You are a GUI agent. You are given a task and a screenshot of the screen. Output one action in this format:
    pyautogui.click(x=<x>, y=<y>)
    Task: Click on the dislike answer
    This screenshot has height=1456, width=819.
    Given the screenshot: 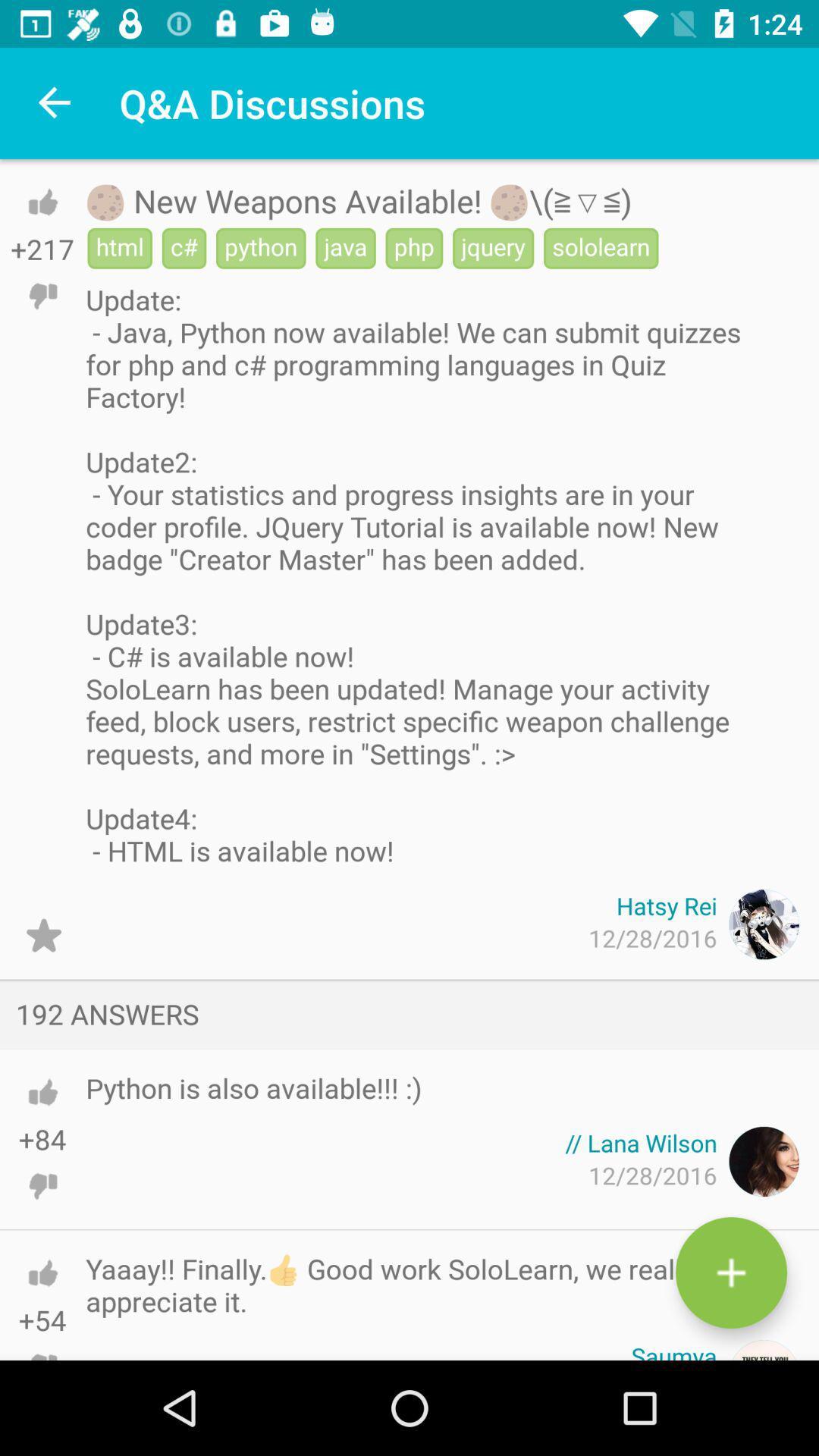 What is the action you would take?
    pyautogui.click(x=42, y=1185)
    